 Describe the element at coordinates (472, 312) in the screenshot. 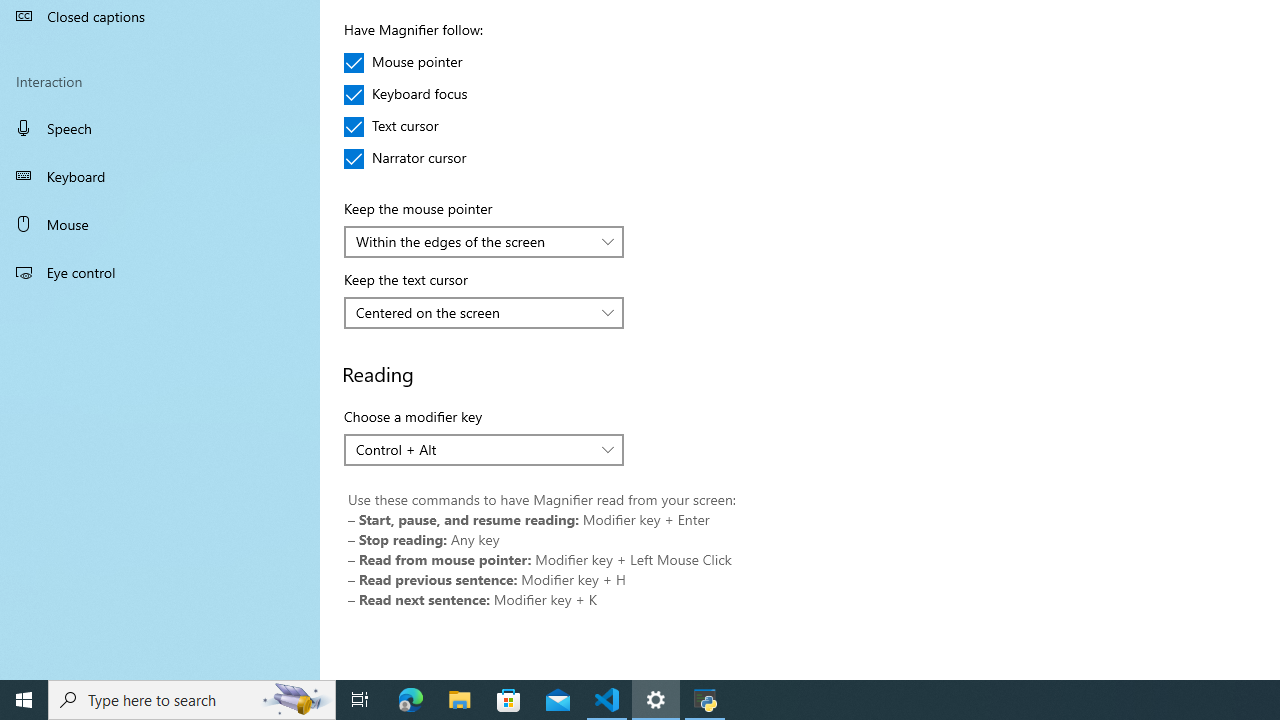

I see `'Centered on the screen'` at that location.